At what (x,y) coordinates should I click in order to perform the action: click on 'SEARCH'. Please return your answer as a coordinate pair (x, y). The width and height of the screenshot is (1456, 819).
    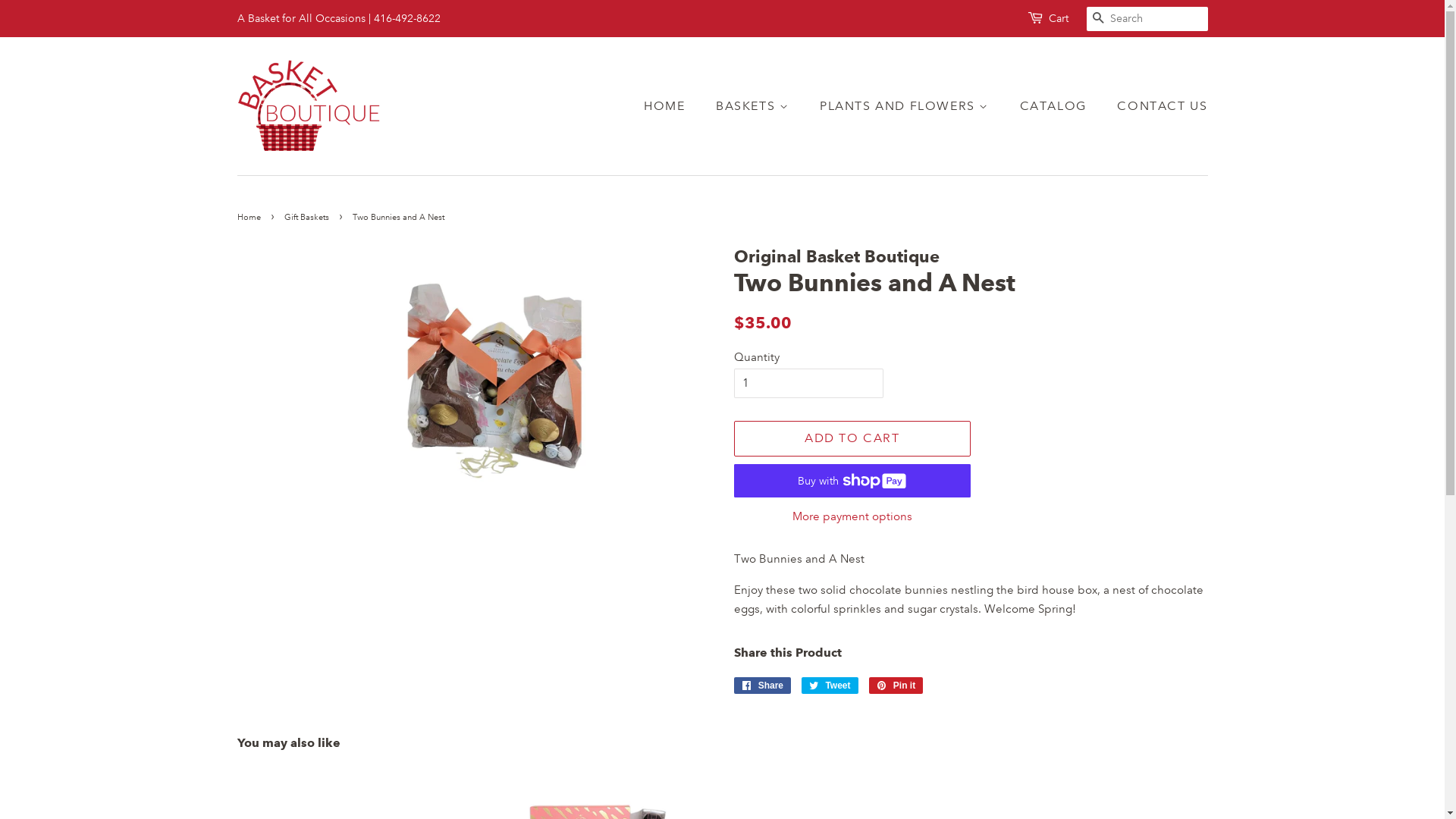
    Looking at the image, I should click on (1098, 19).